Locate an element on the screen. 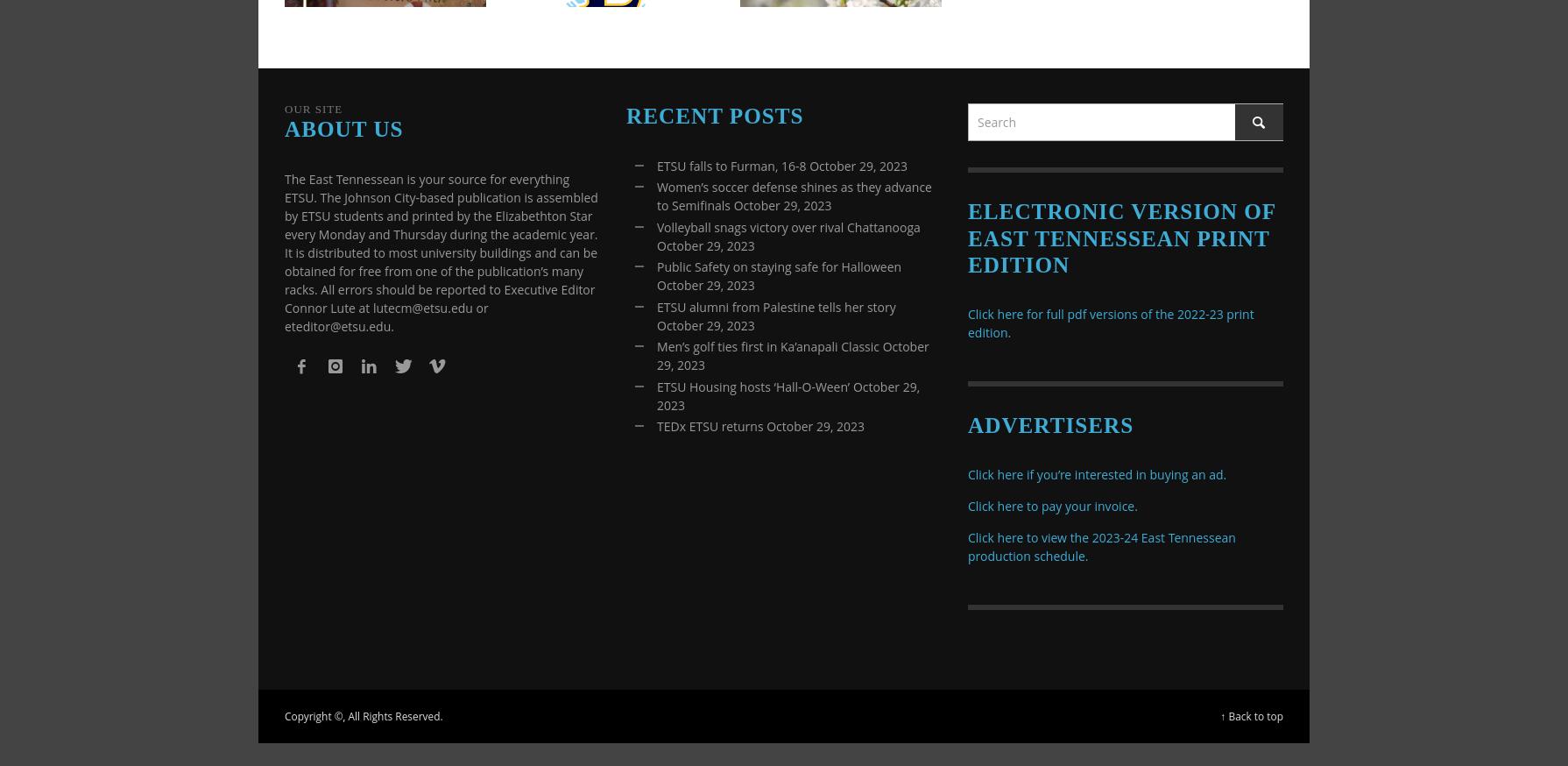 This screenshot has height=766, width=1568. 'Click here to view the 2023-24 East Tennessean production schedule.' is located at coordinates (967, 546).